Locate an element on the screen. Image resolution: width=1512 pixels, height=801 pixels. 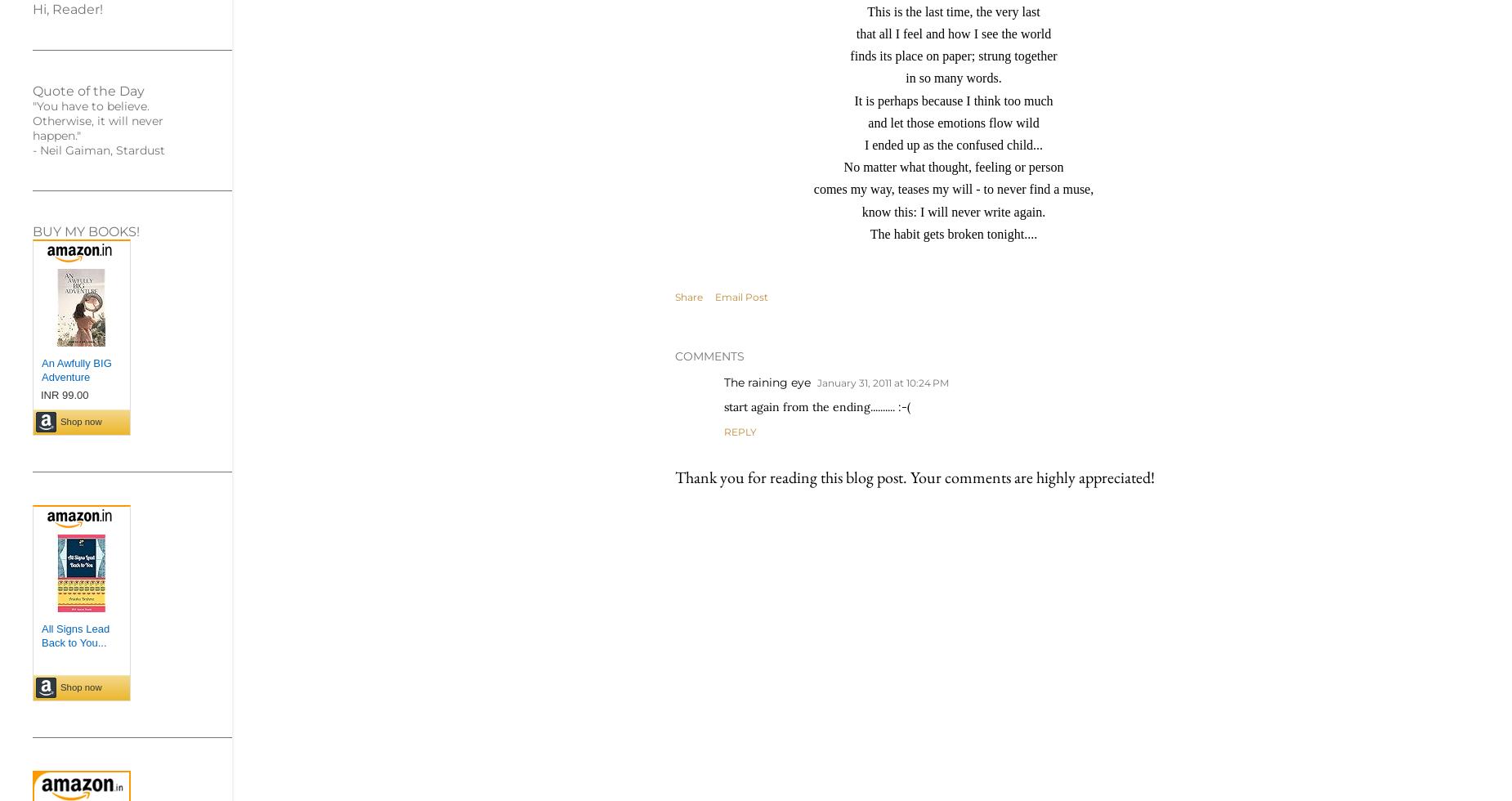
'Hi, Reader!' is located at coordinates (67, 9).